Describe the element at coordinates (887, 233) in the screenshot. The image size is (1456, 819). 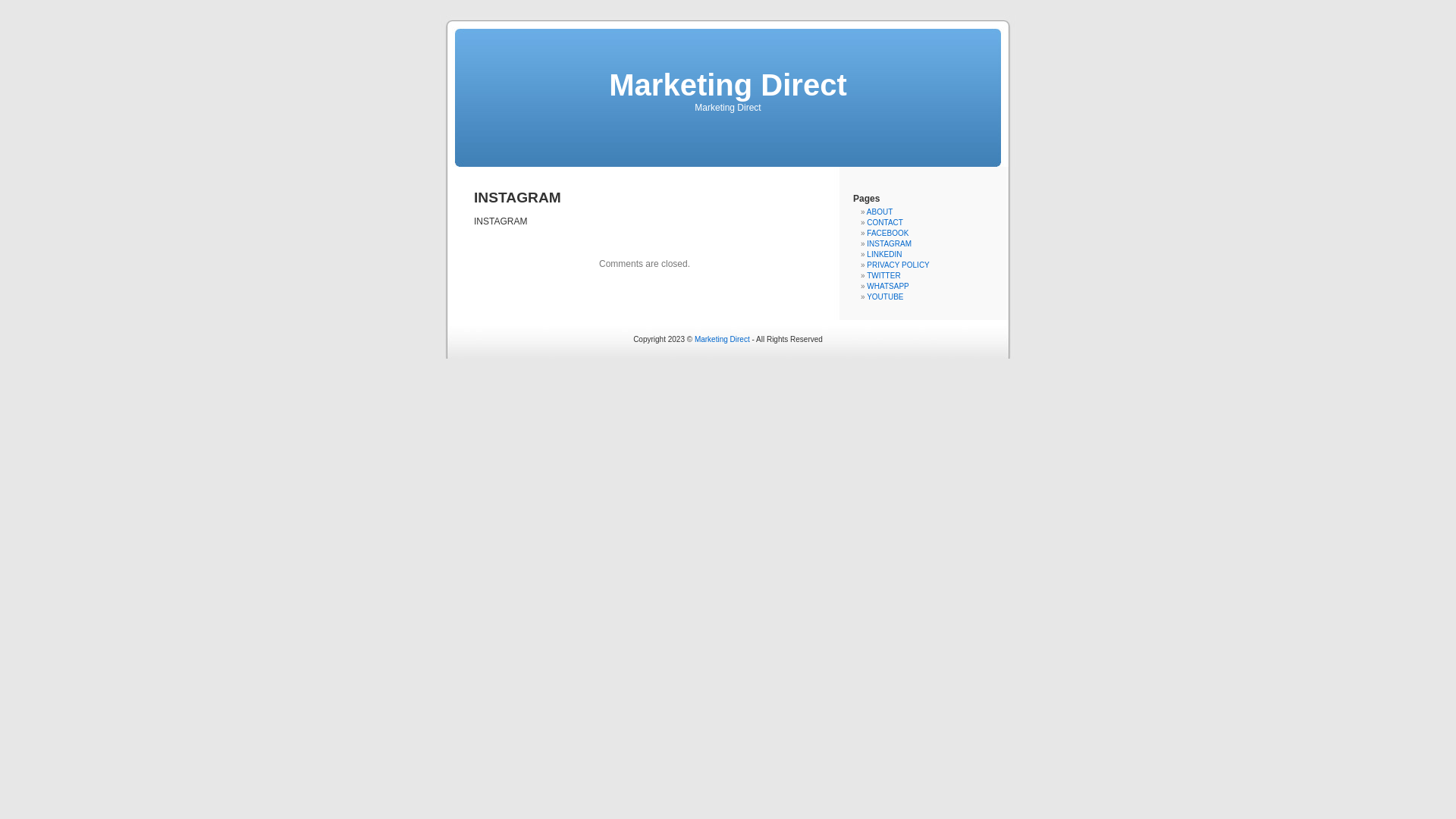
I see `'FACEBOOK'` at that location.